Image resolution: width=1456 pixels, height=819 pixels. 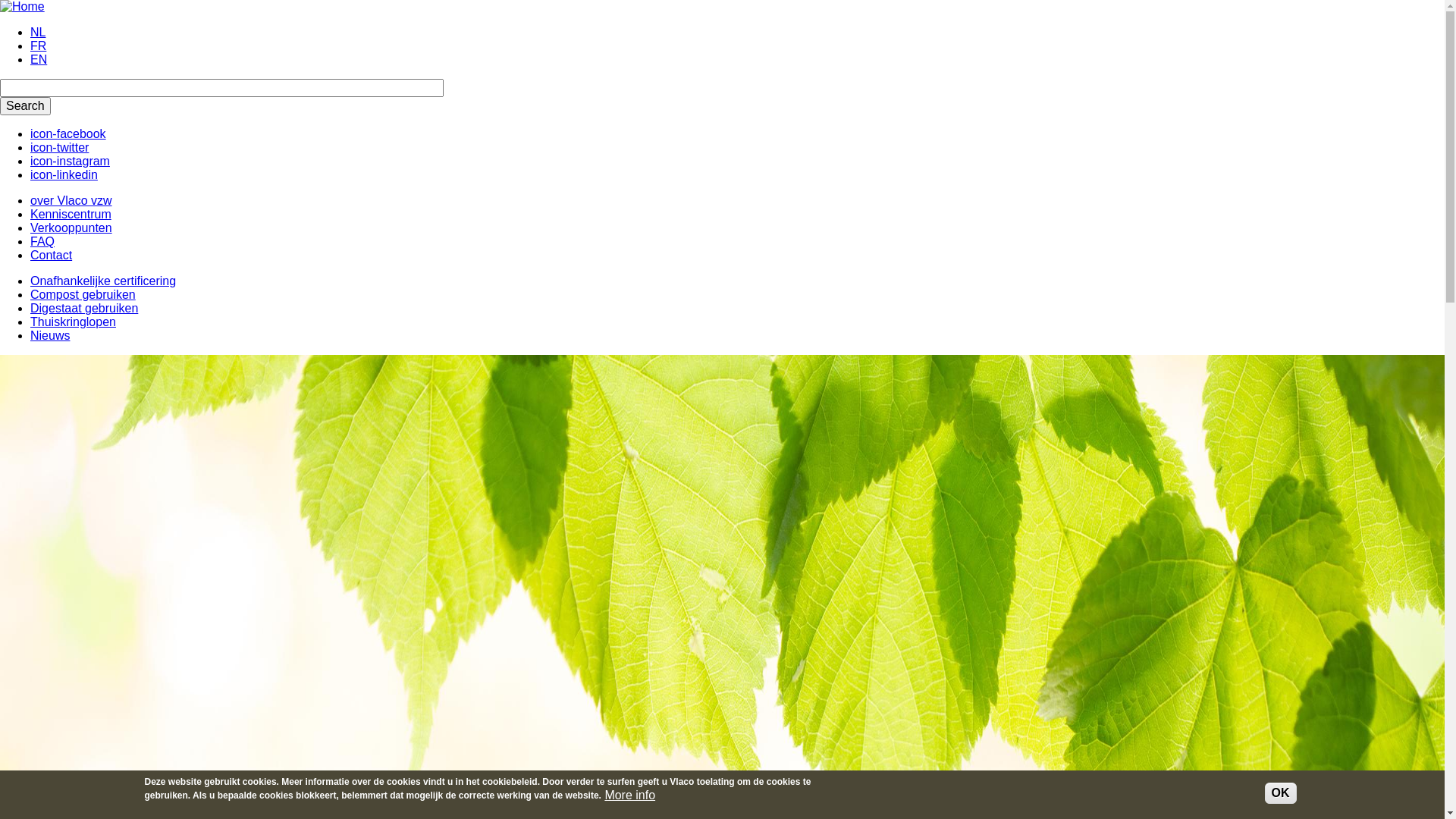 What do you see at coordinates (25, 105) in the screenshot?
I see `'Search'` at bounding box center [25, 105].